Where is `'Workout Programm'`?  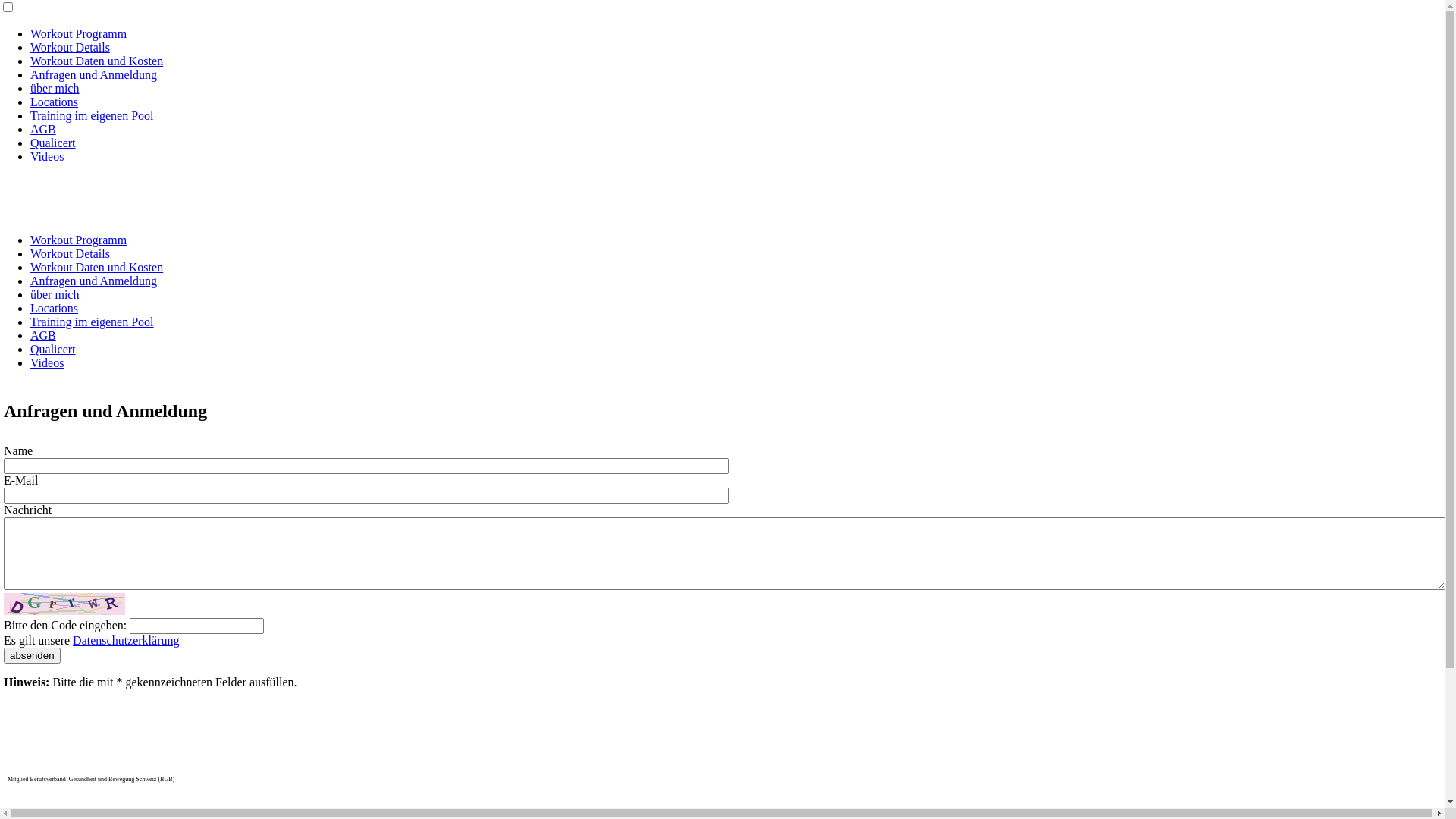
'Workout Programm' is located at coordinates (77, 239).